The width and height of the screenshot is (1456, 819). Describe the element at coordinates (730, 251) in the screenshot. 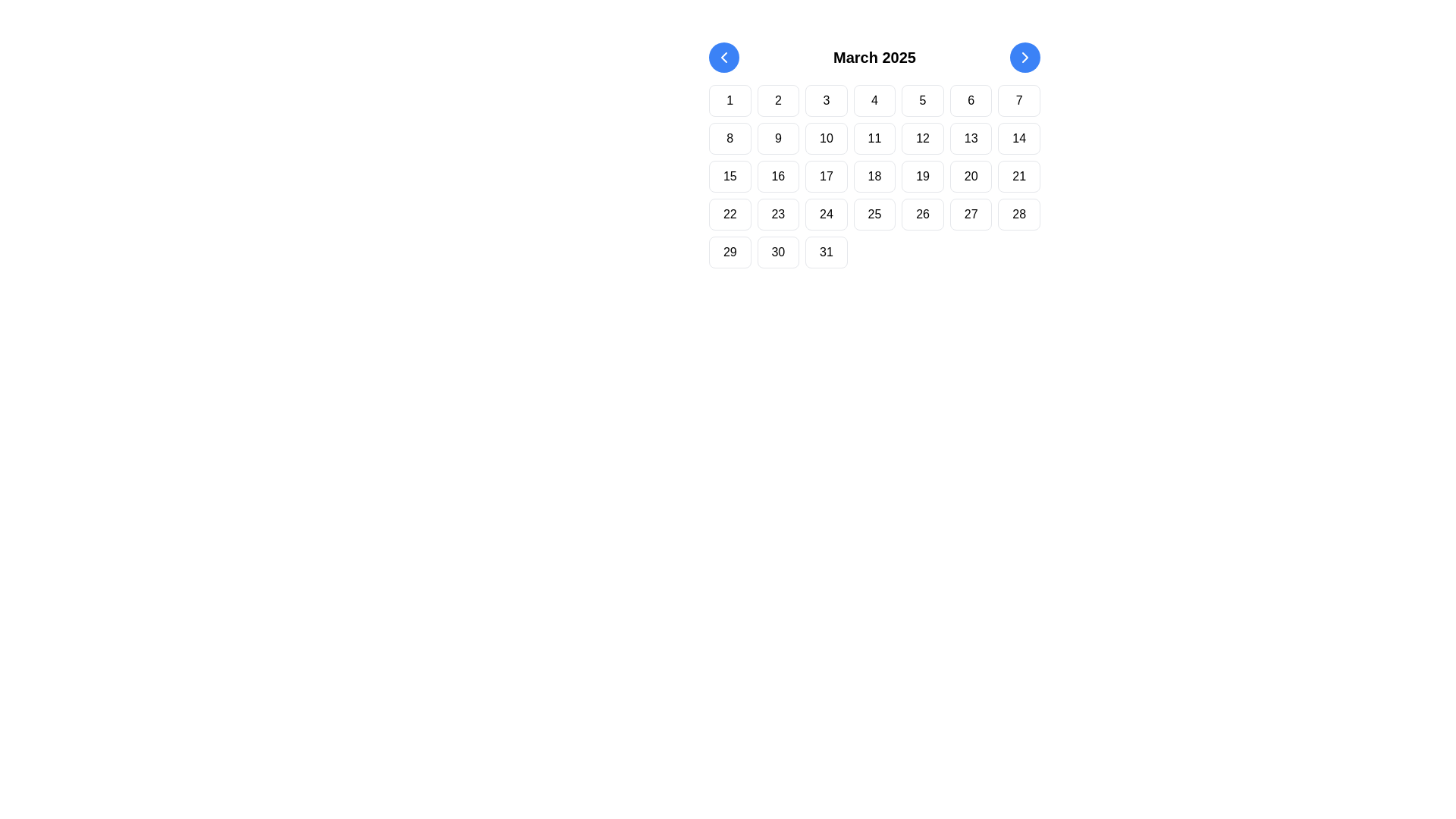

I see `the small rectangular button displaying the text '29' in the calendar grid, located in the bottom row, first column, representing the date 'March 29, 2025'` at that location.